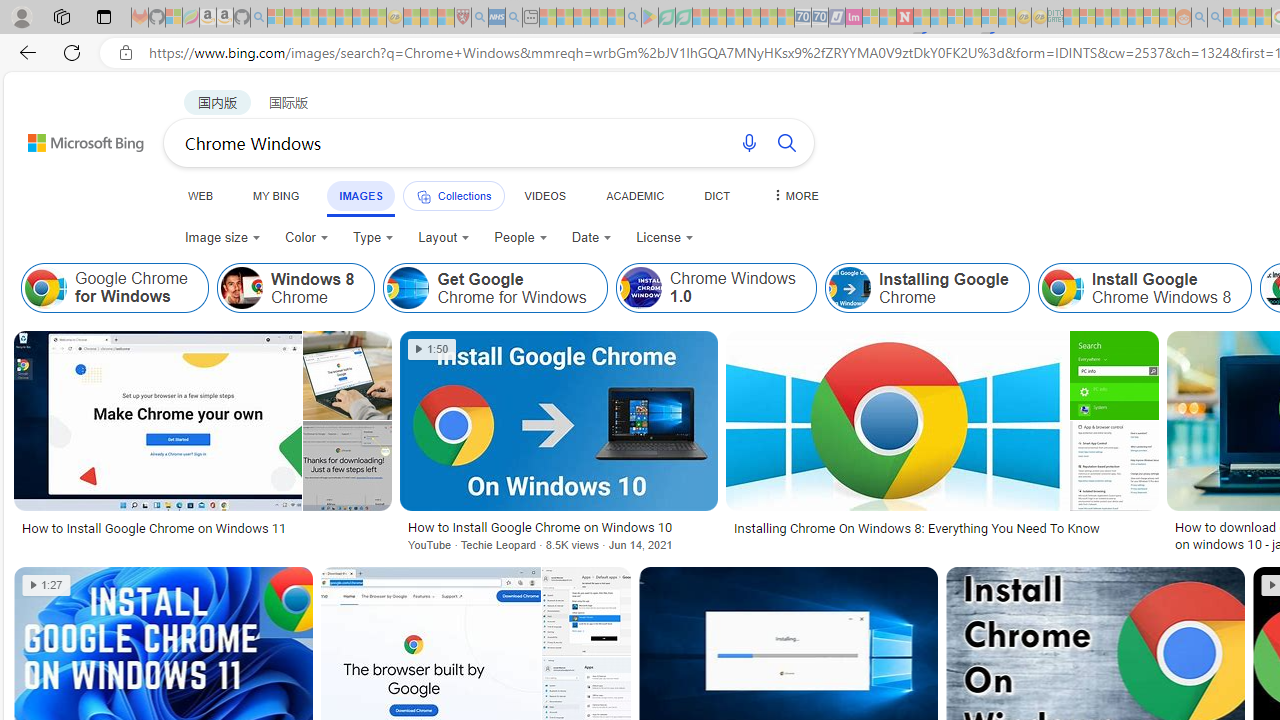  What do you see at coordinates (665, 236) in the screenshot?
I see `'License'` at bounding box center [665, 236].